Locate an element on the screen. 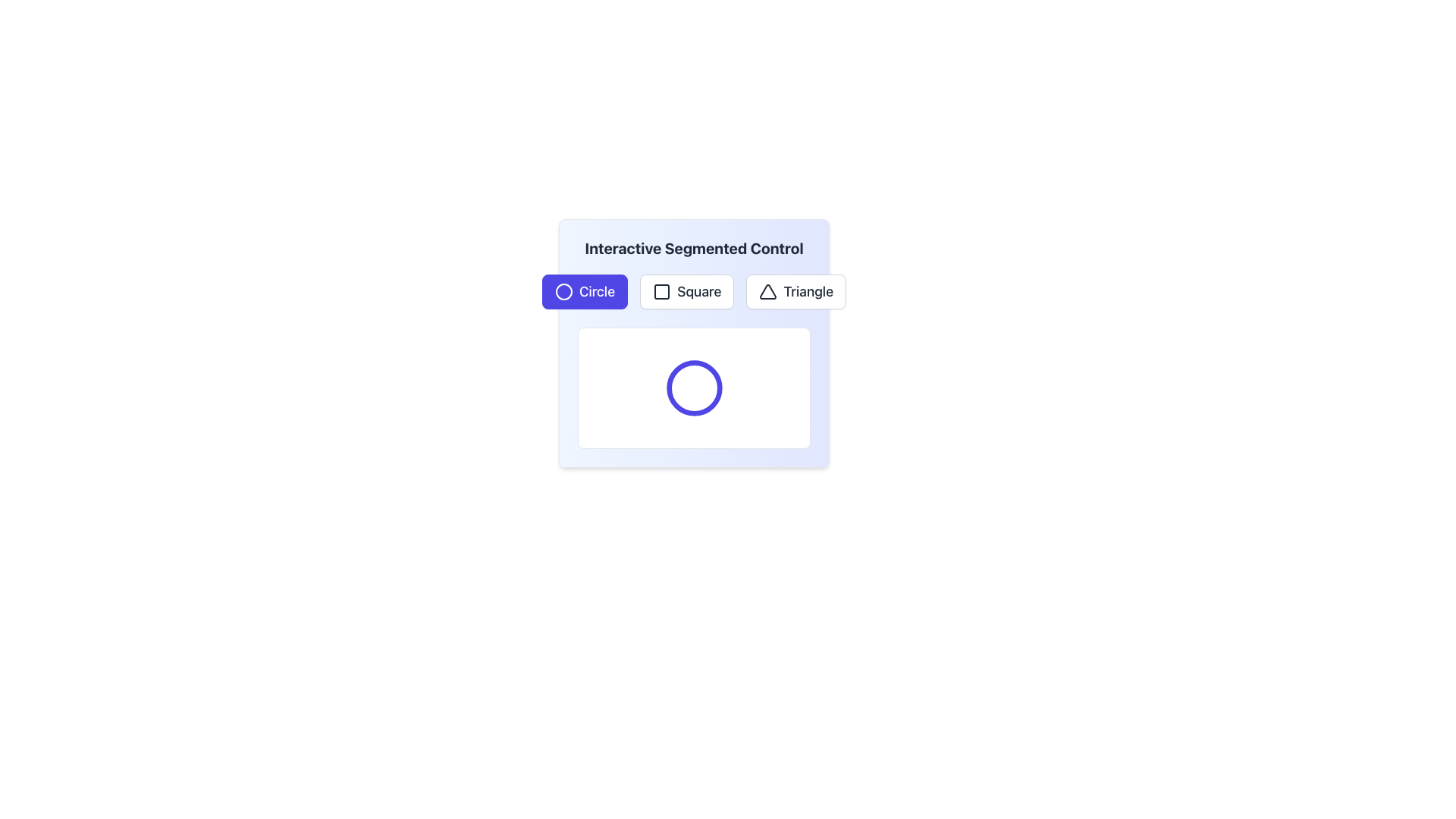 This screenshot has width=1456, height=819. the visual representation of the circular shape located within the interactive segmented control system, positioned beneath the 'Circle' button is located at coordinates (693, 388).